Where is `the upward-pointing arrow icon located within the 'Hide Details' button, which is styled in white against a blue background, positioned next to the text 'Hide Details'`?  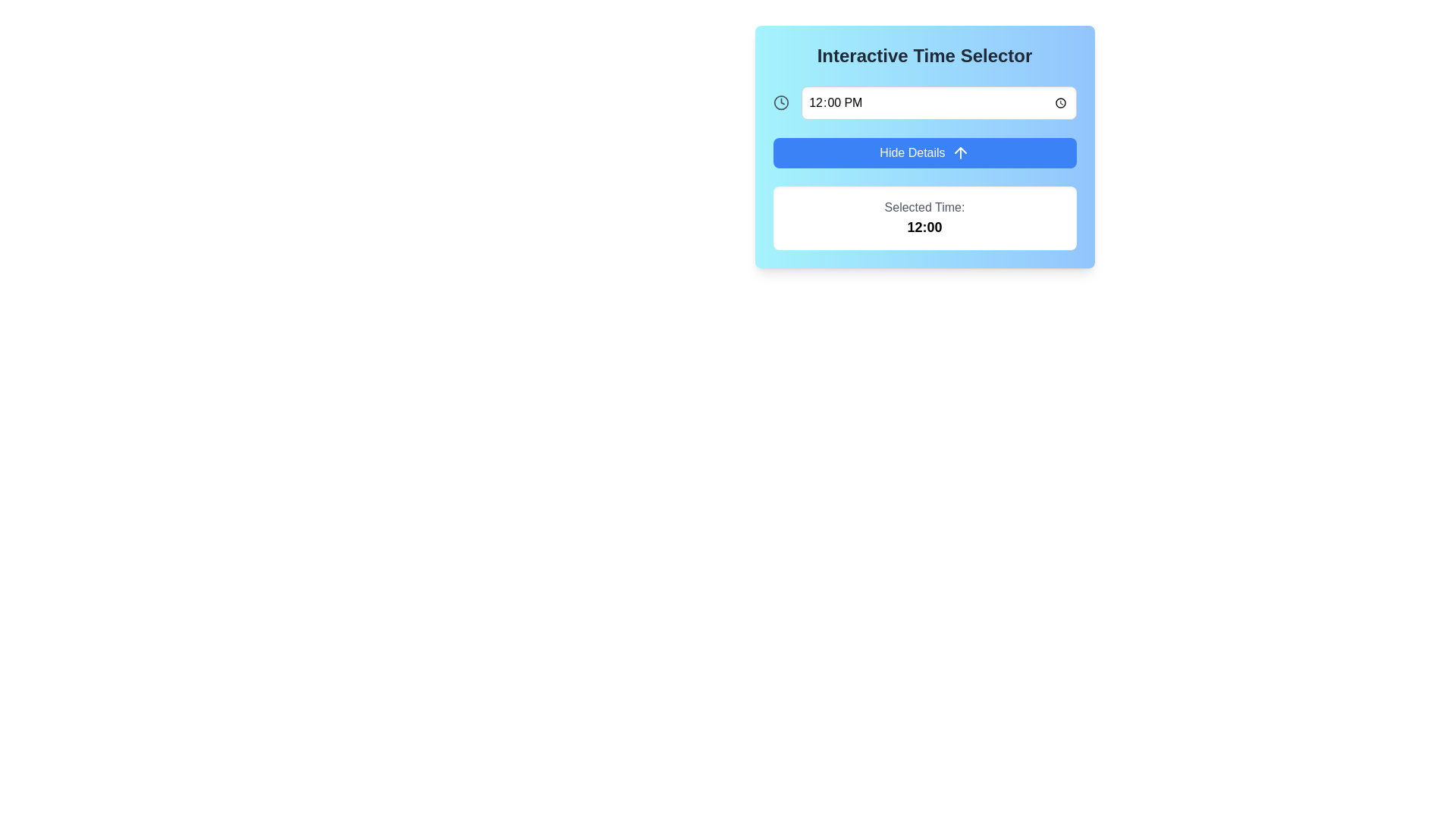 the upward-pointing arrow icon located within the 'Hide Details' button, which is styled in white against a blue background, positioned next to the text 'Hide Details' is located at coordinates (959, 152).